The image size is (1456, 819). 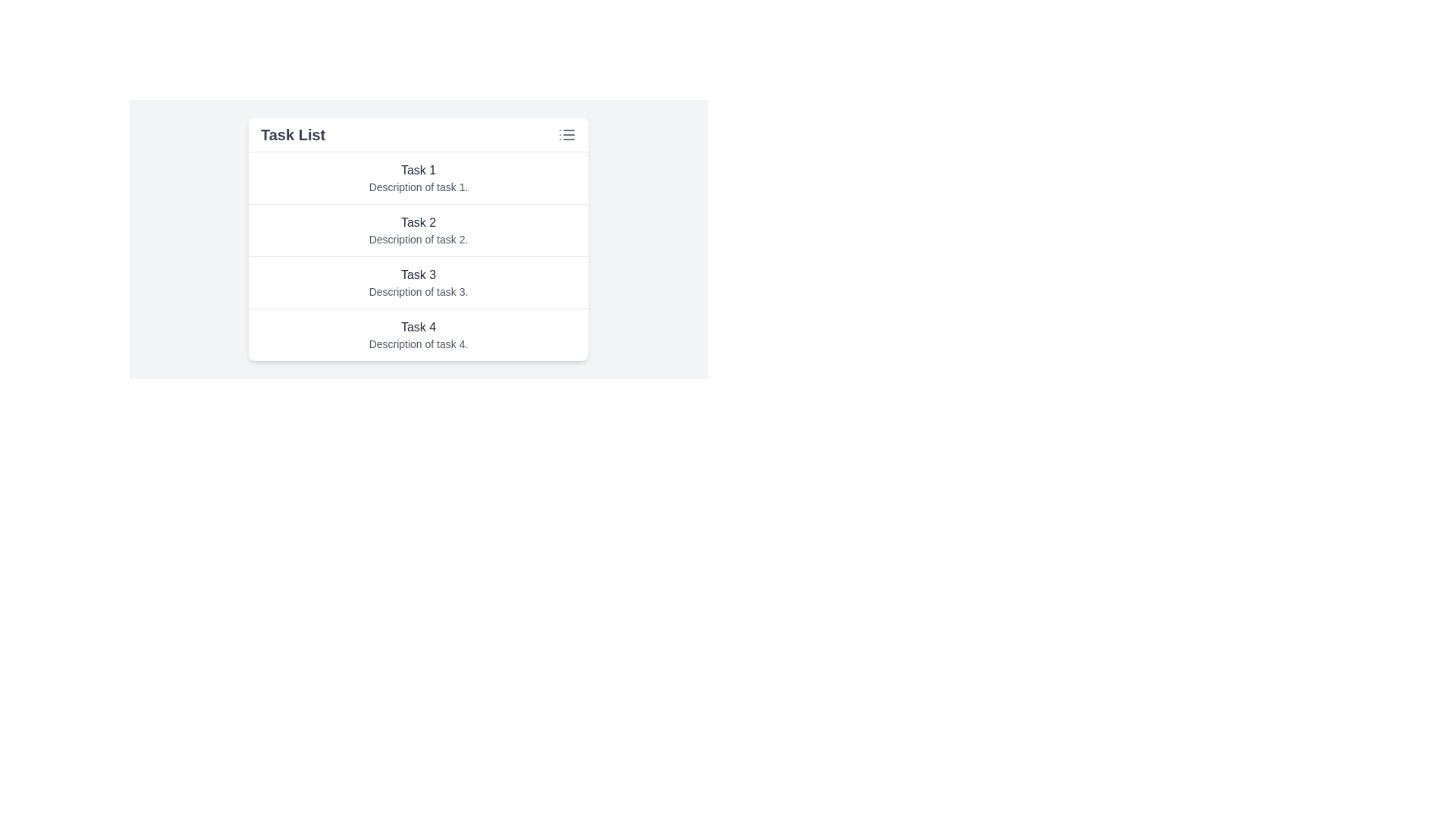 I want to click on text content of the description label located immediately below the title text 'Task 1' in the task list interface, so click(x=419, y=186).